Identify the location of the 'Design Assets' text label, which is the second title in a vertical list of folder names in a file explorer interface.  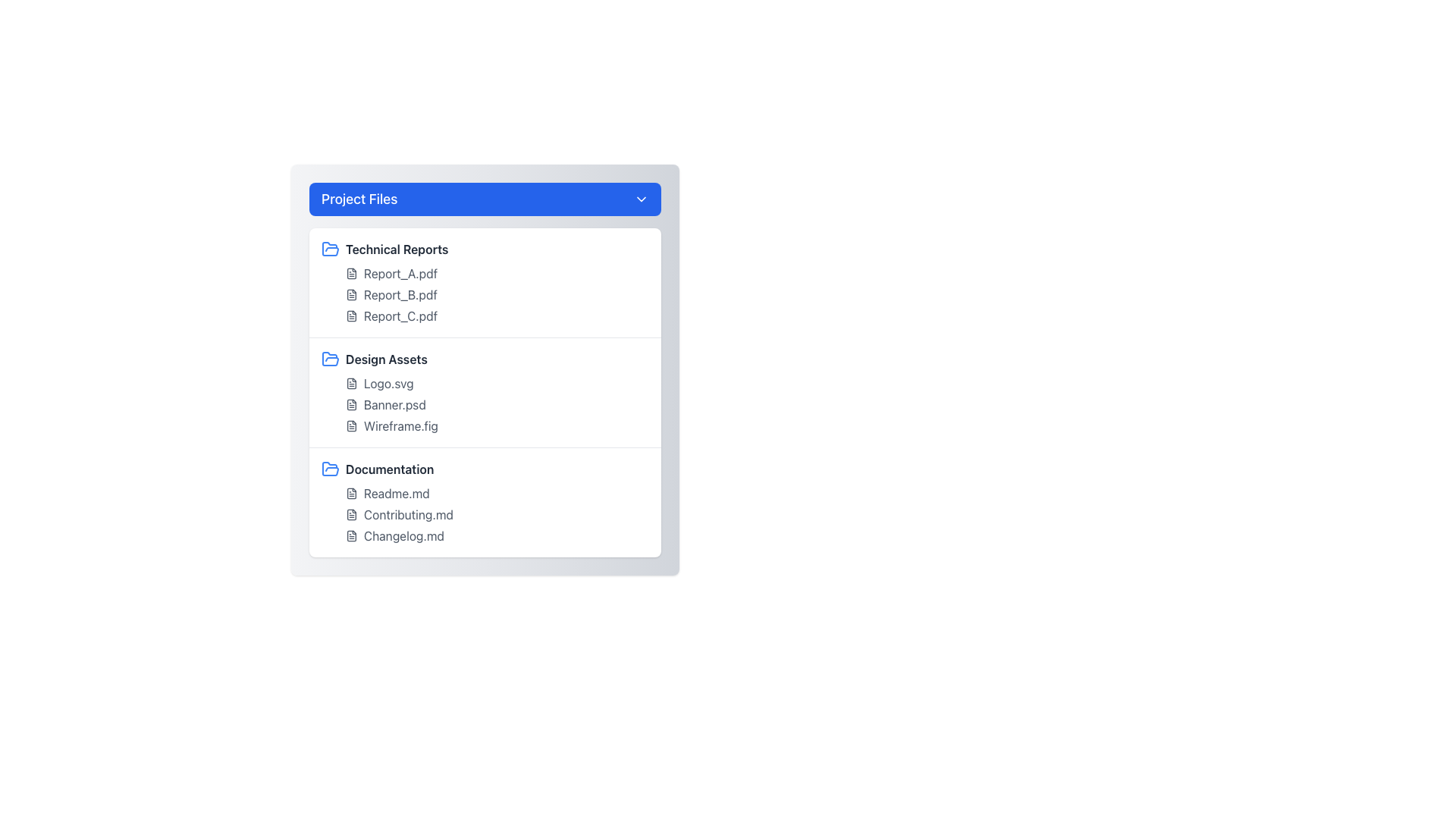
(386, 359).